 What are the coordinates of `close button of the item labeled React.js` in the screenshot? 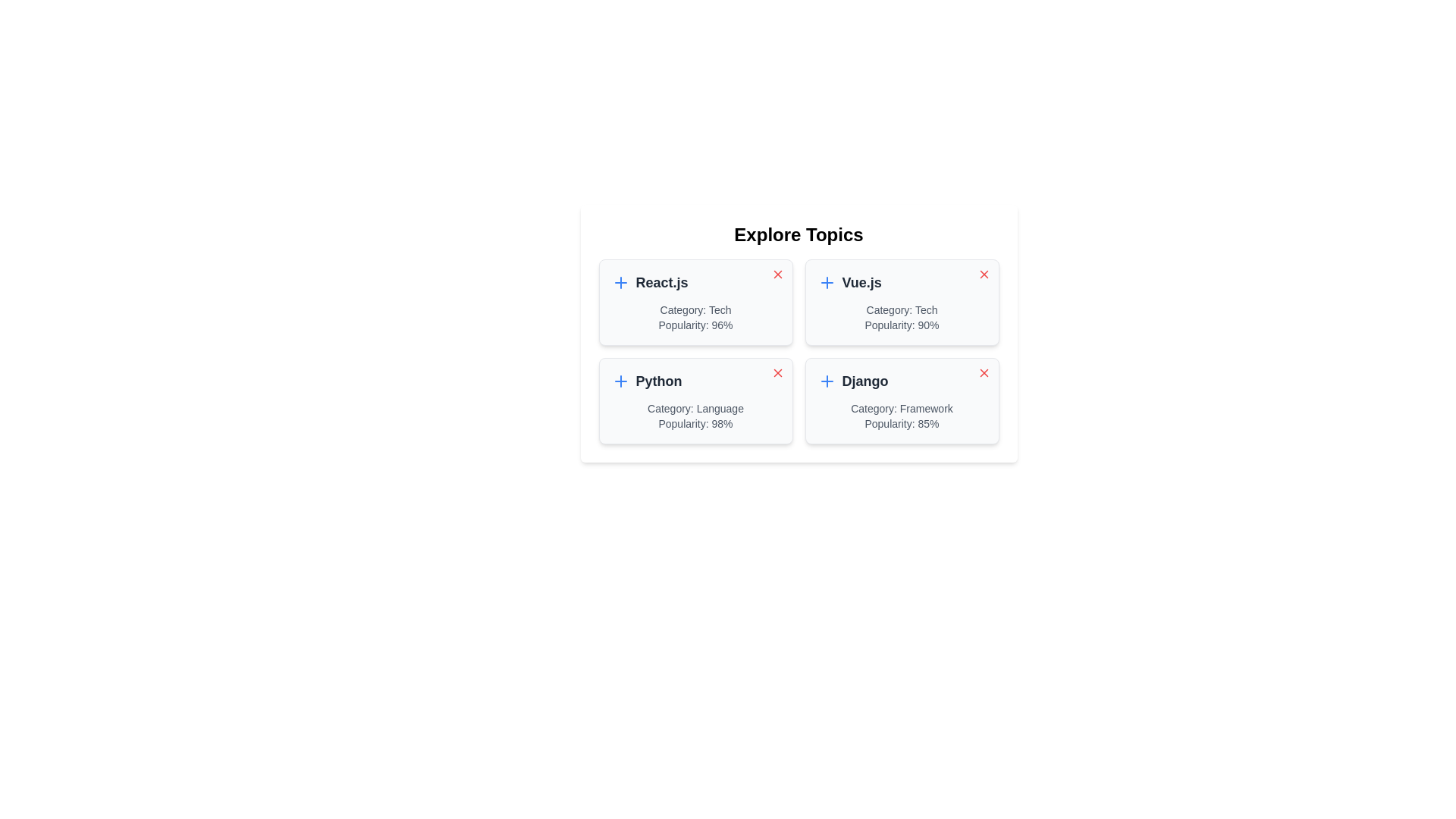 It's located at (777, 275).